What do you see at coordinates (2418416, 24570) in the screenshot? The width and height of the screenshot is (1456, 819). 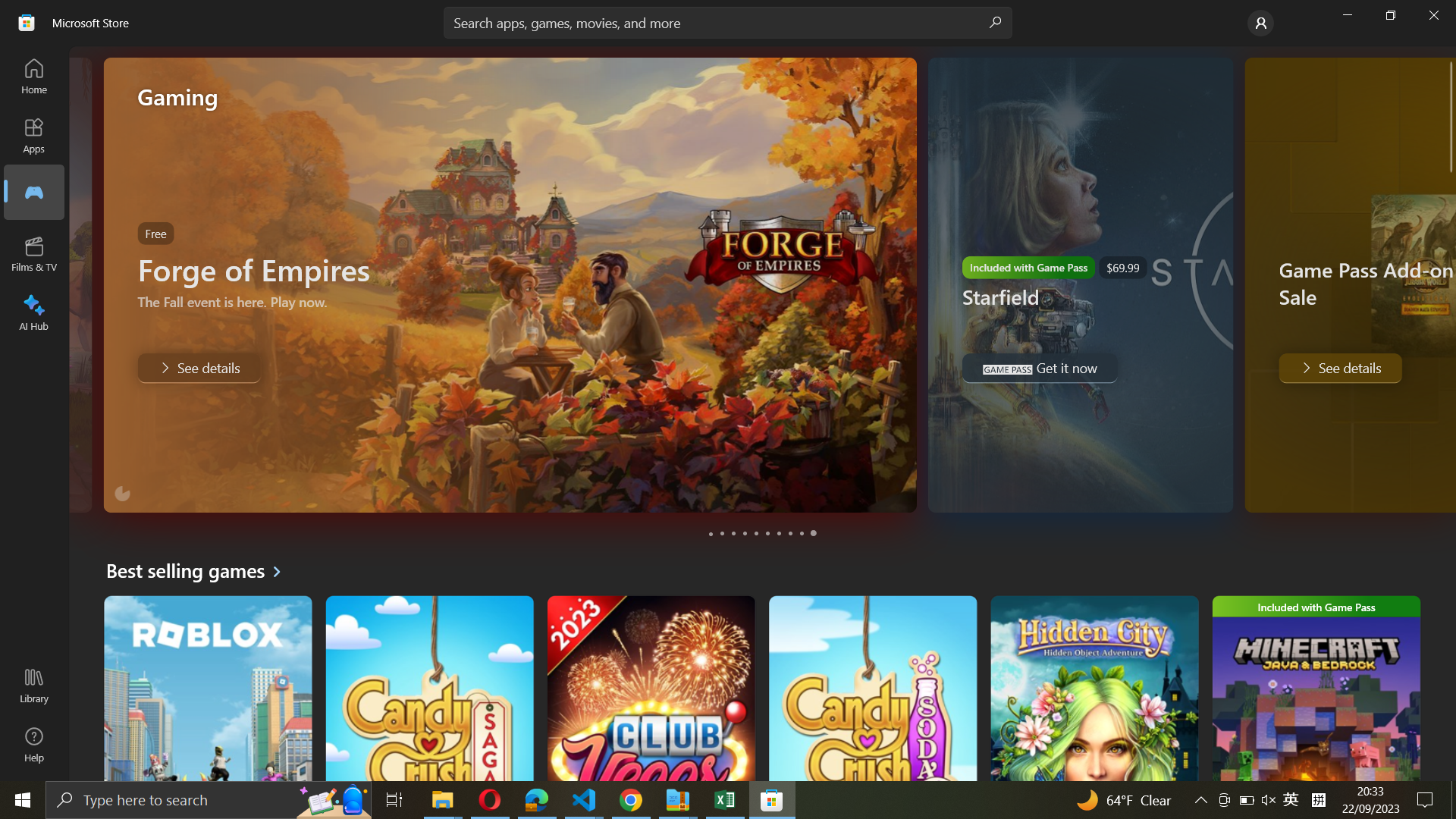 I see `Direct the mouse to the Account symbol` at bounding box center [2418416, 24570].